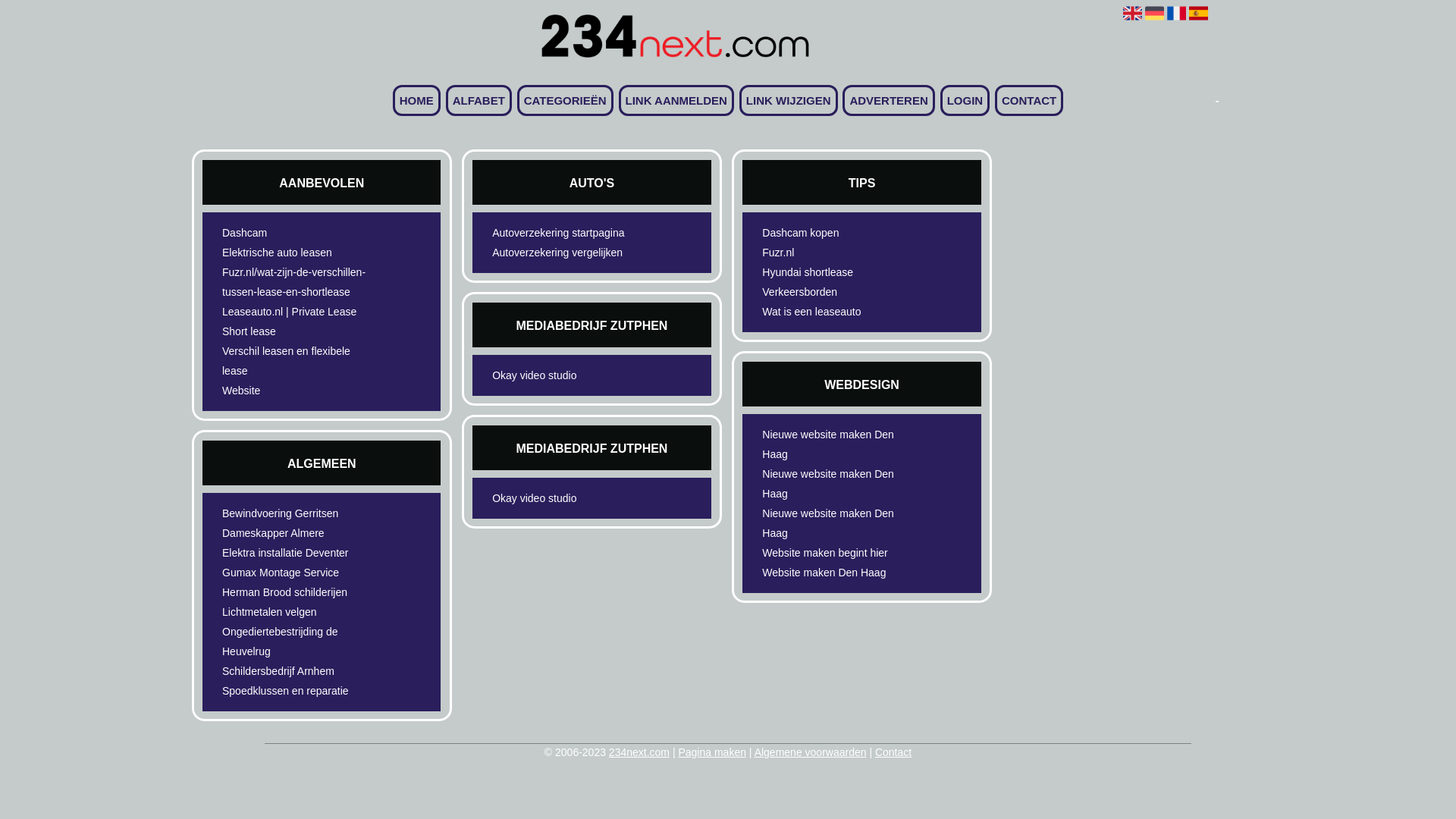 Image resolution: width=1456 pixels, height=819 pixels. What do you see at coordinates (217, 610) in the screenshot?
I see `'Lichtmetalen velgen'` at bounding box center [217, 610].